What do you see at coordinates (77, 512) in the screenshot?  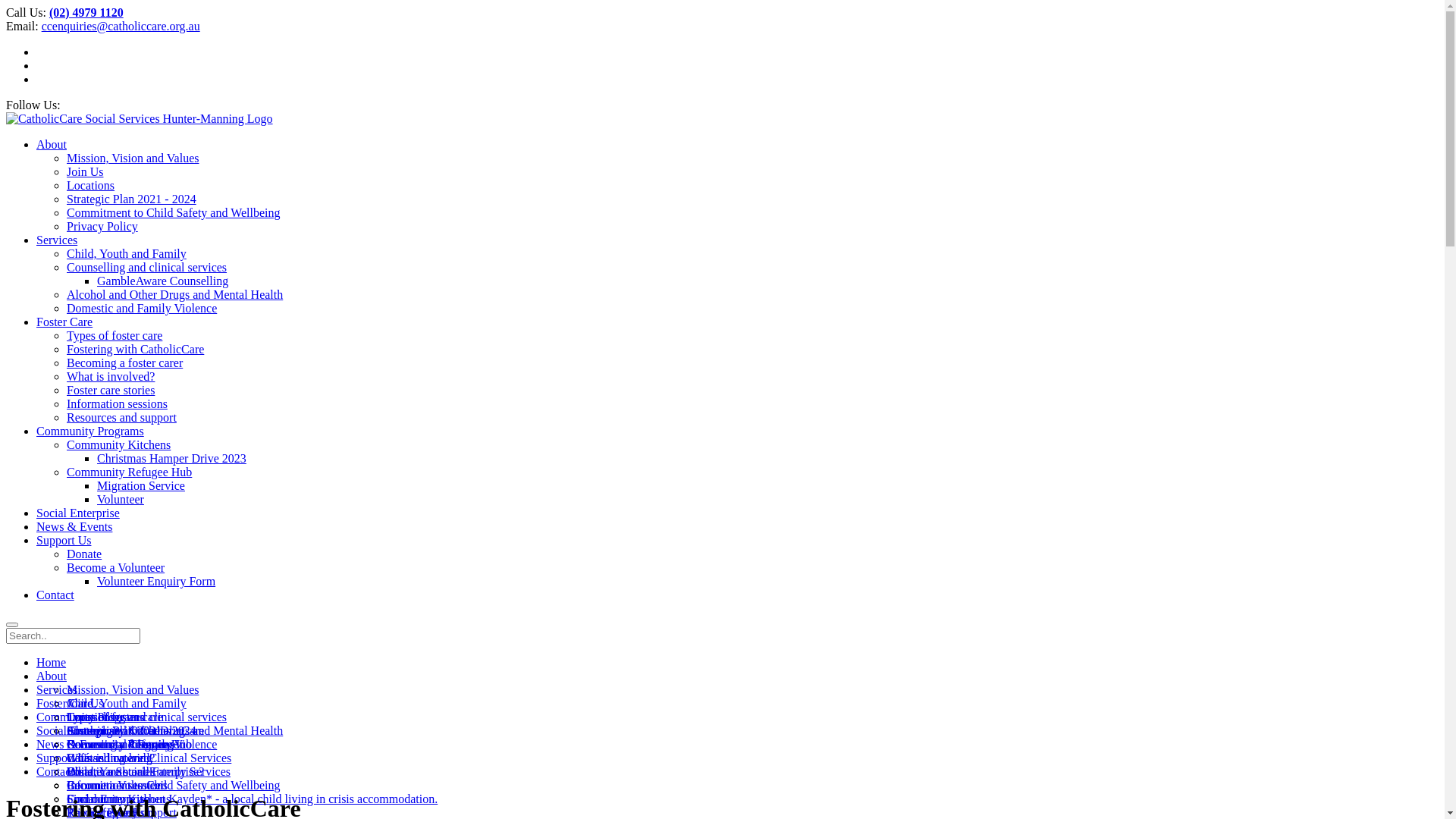 I see `'Social Enterprise'` at bounding box center [77, 512].